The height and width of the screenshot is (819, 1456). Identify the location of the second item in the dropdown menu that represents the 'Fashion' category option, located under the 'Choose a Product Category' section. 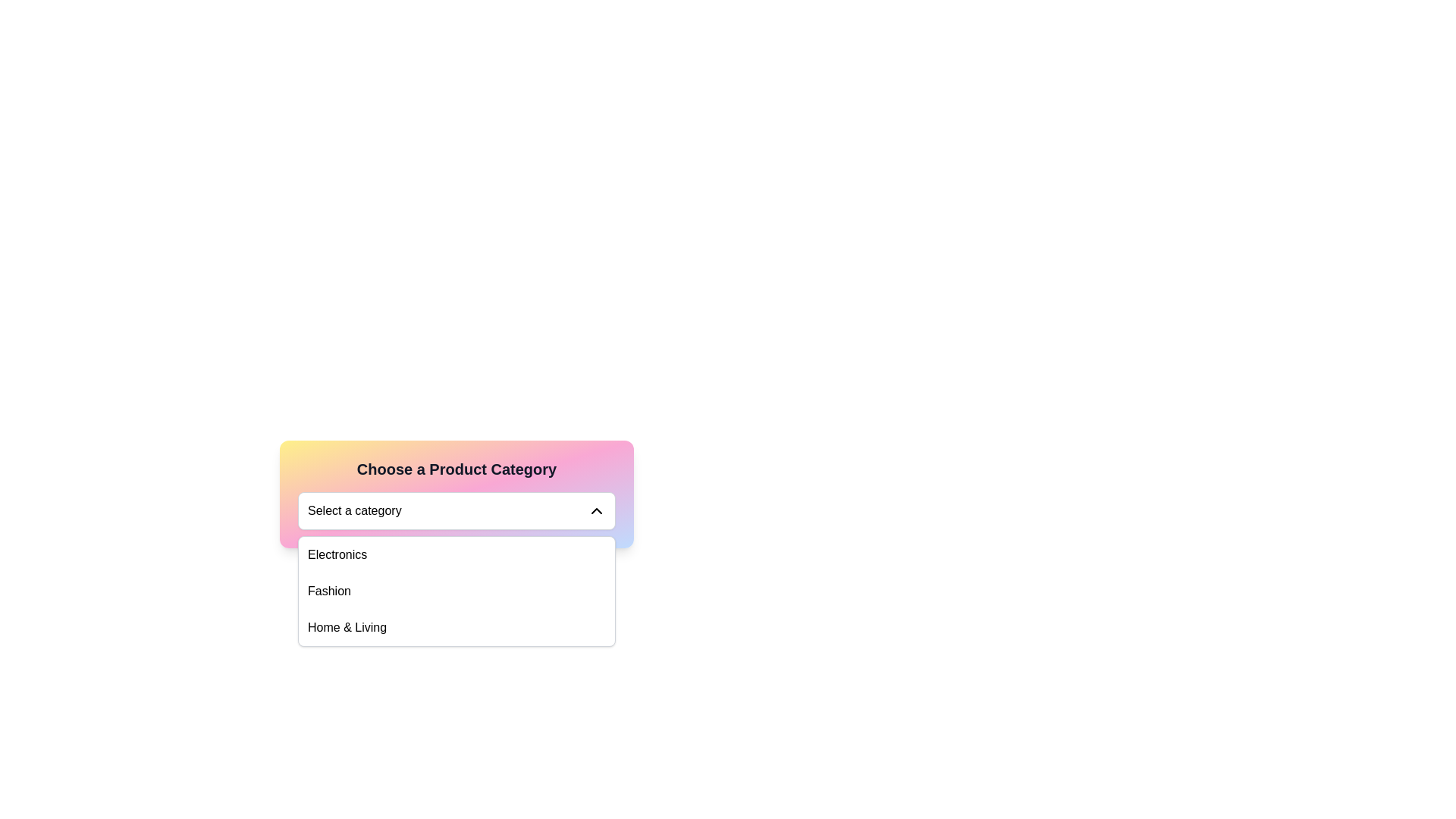
(328, 590).